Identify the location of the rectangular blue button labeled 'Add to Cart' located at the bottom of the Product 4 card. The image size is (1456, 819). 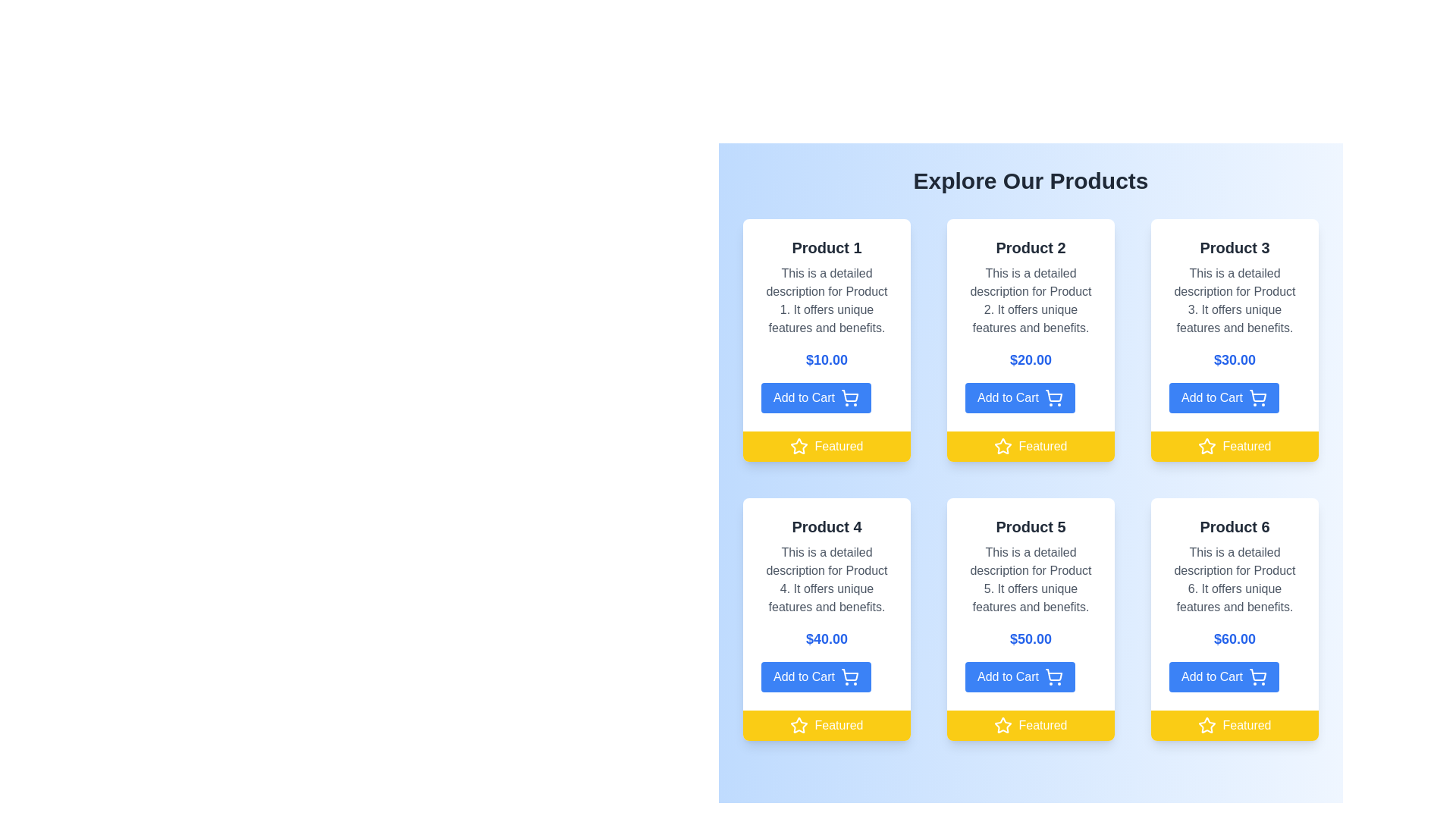
(815, 676).